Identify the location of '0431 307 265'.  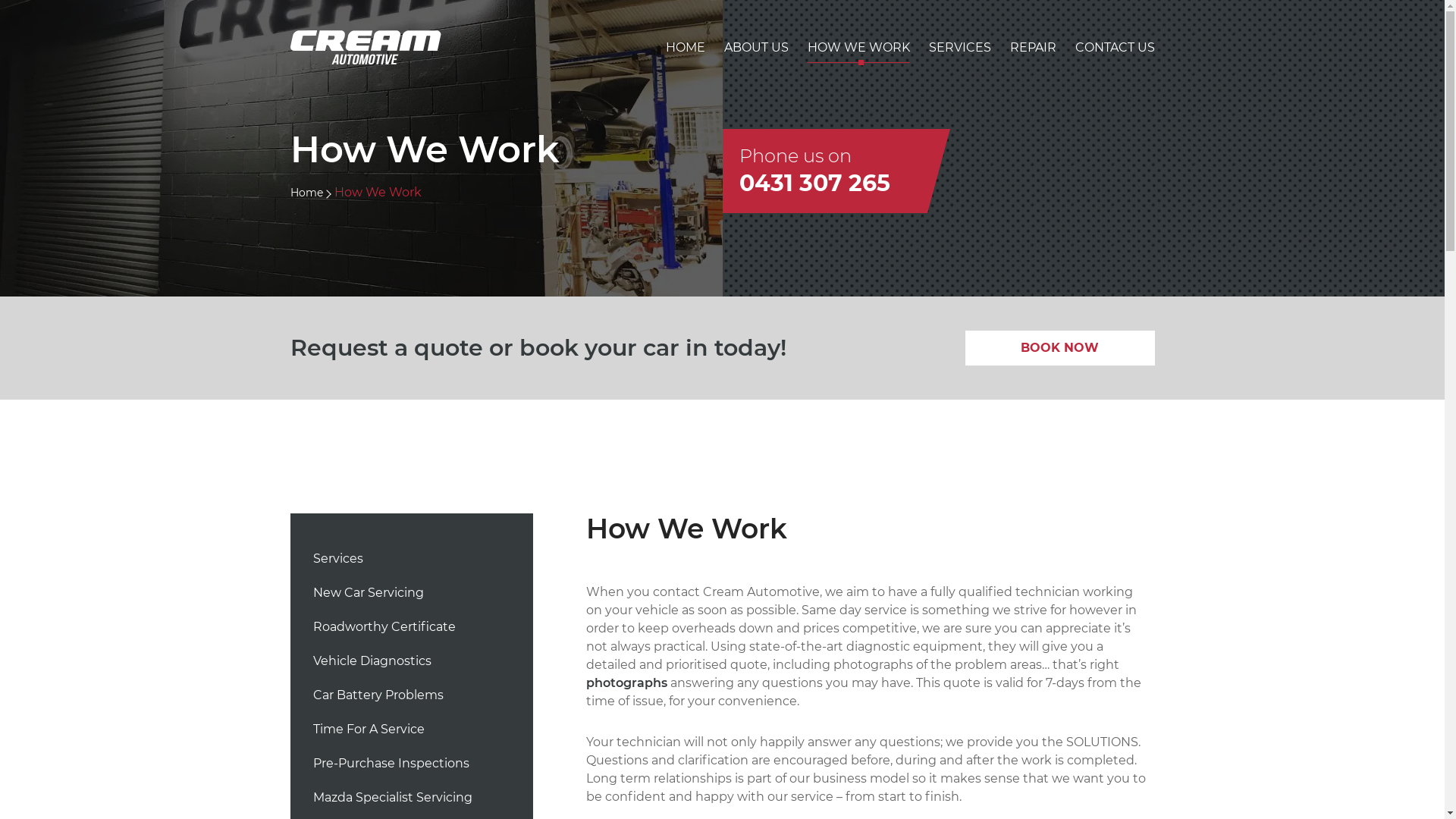
(813, 182).